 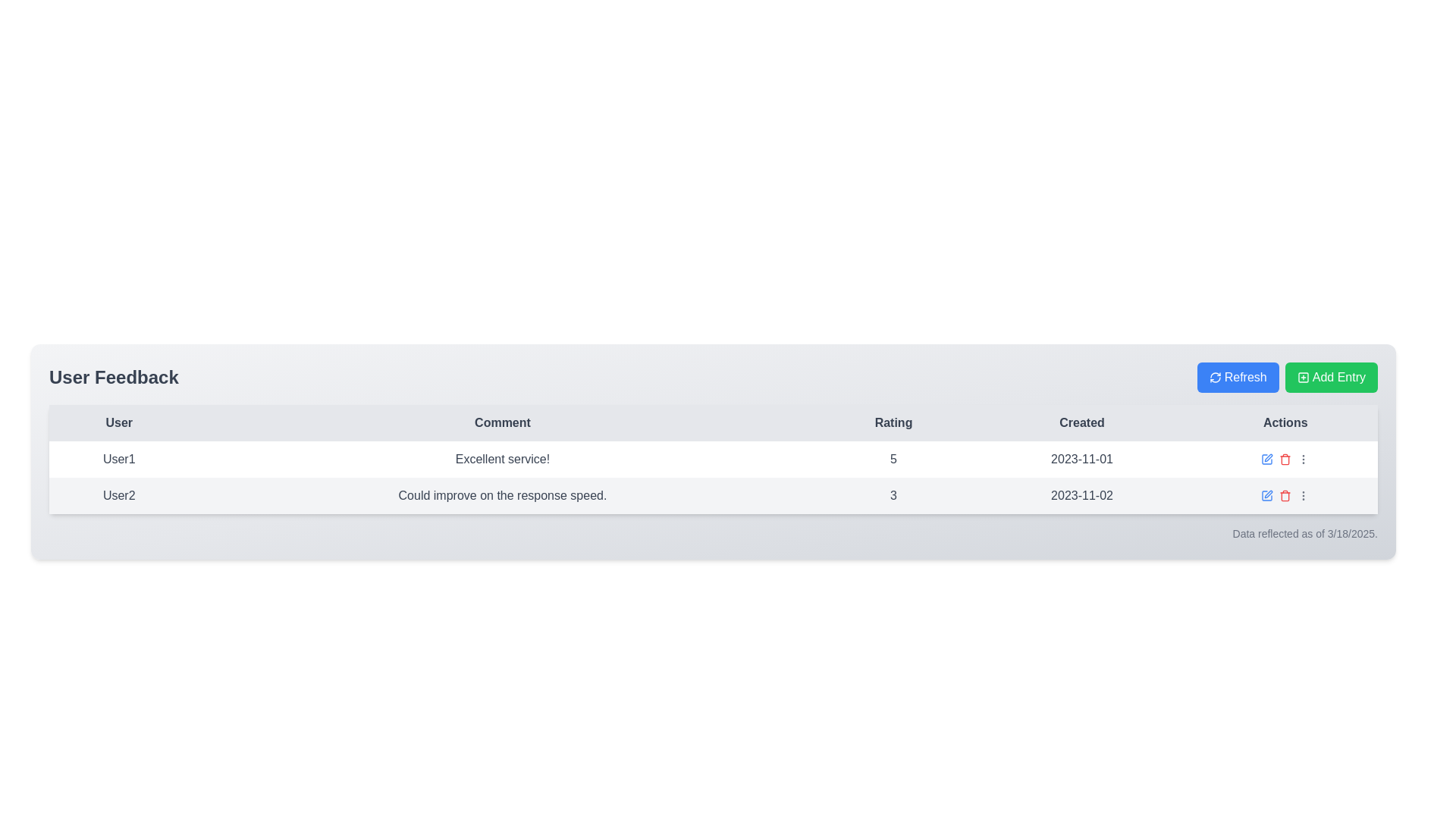 What do you see at coordinates (1081, 423) in the screenshot?
I see `the column header labeled 'Creation Date' in the table, which is the fourth header positioned between 'Rating' and 'Actions'` at bounding box center [1081, 423].